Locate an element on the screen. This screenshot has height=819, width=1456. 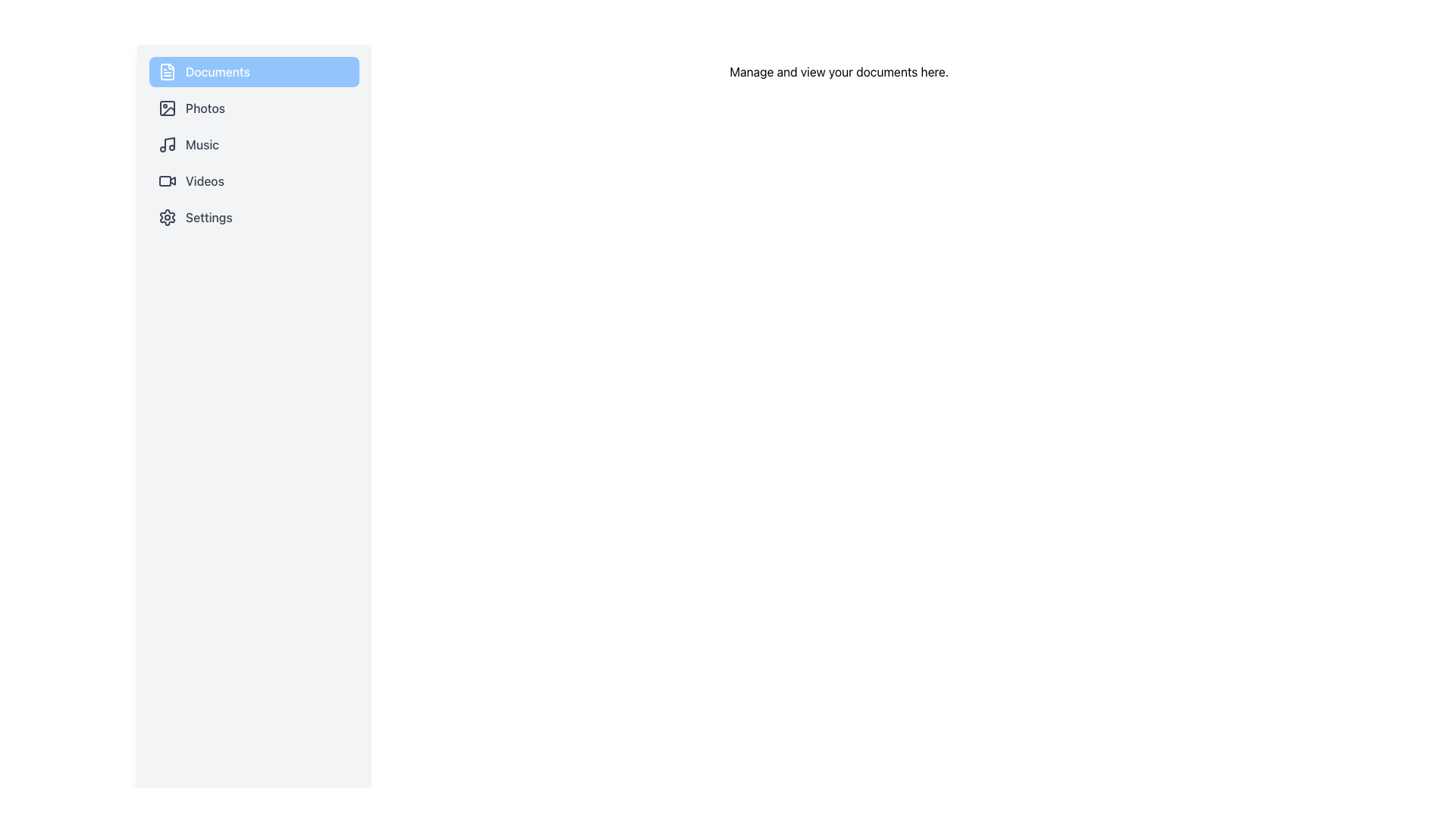
the music note icon located to the left of the 'Music' text in the left-hand navigation panel is located at coordinates (167, 145).